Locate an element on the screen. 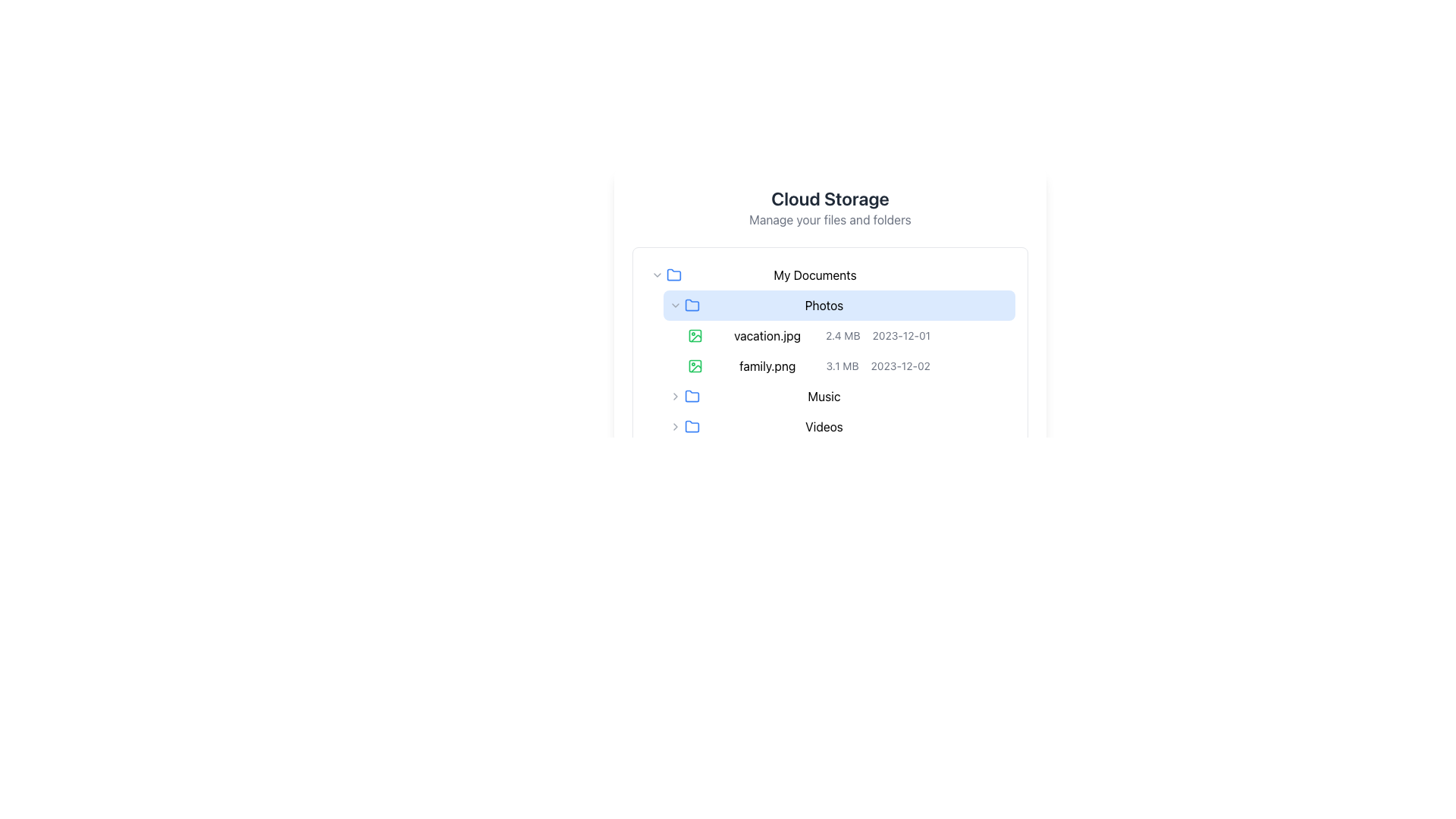  the third icon button (trash) in the file list corresponding to 'vacation.jpg' to change its color to red is located at coordinates (985, 335).